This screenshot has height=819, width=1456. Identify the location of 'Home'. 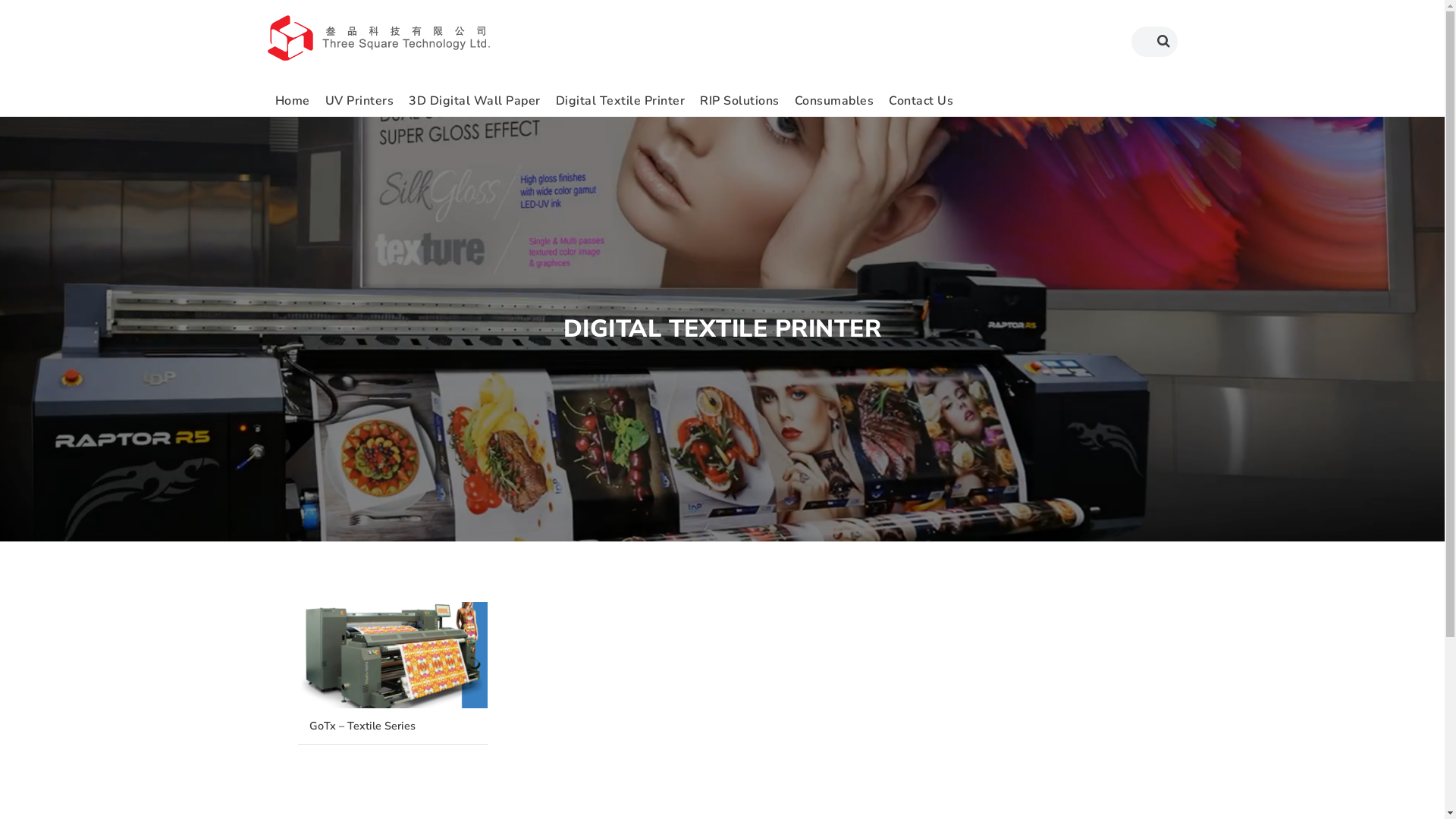
(291, 100).